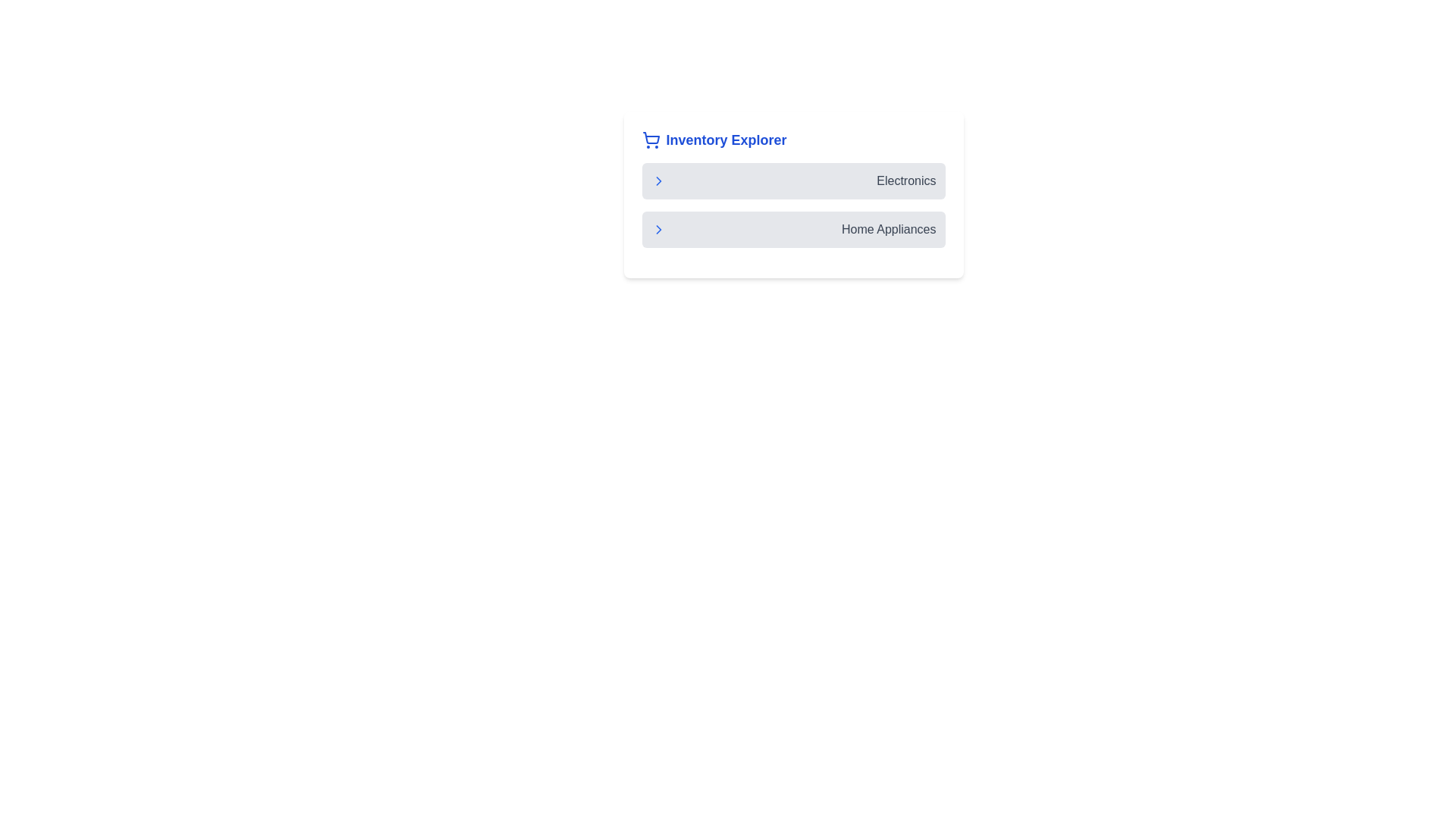  Describe the element at coordinates (651, 138) in the screenshot. I see `the decorative vector graphic that forms part of the shopping cart icon, located to the left of the 'Inventory Explorer' text at the top of the interface` at that location.